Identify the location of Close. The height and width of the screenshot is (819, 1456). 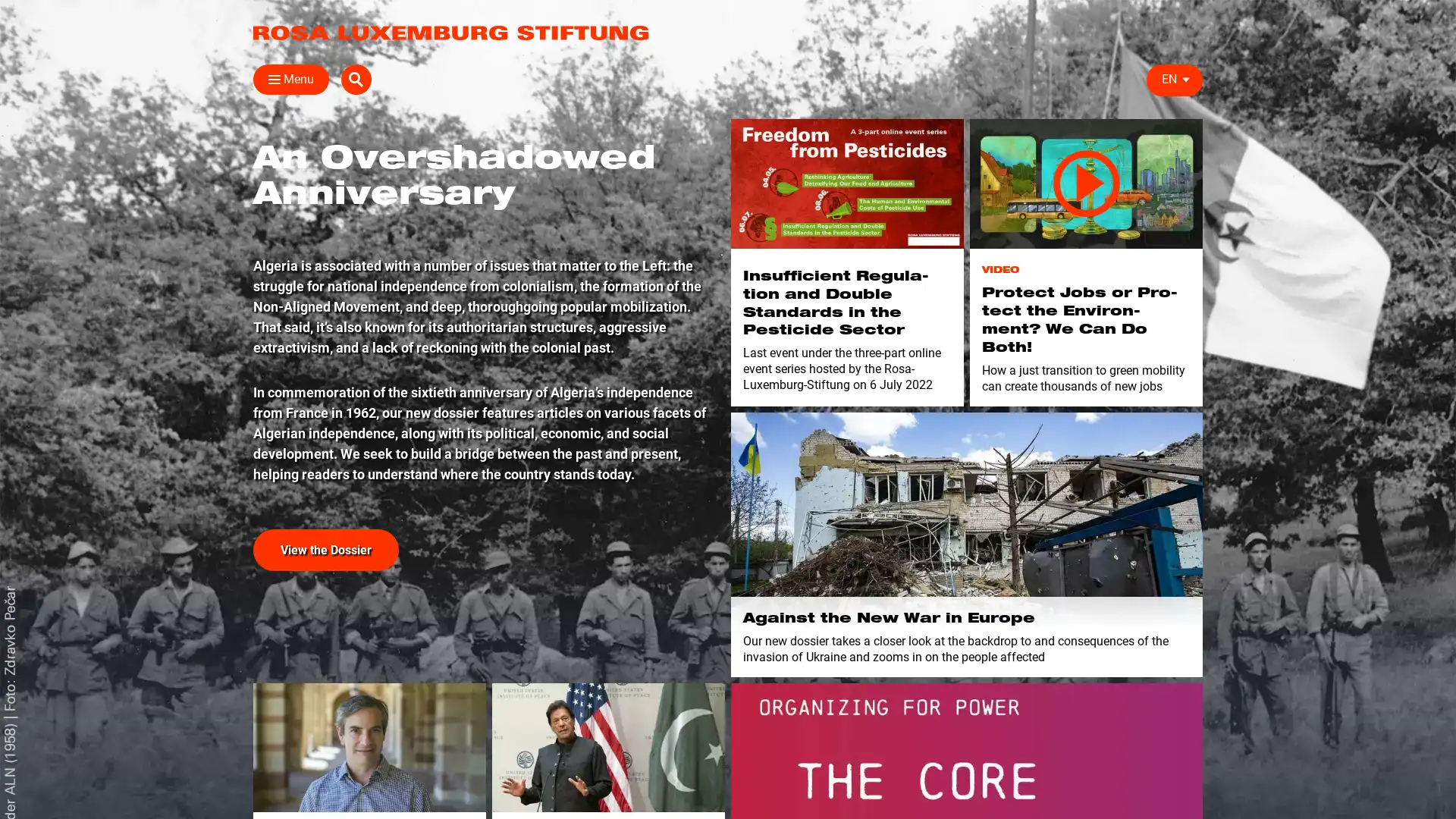
(1185, 111).